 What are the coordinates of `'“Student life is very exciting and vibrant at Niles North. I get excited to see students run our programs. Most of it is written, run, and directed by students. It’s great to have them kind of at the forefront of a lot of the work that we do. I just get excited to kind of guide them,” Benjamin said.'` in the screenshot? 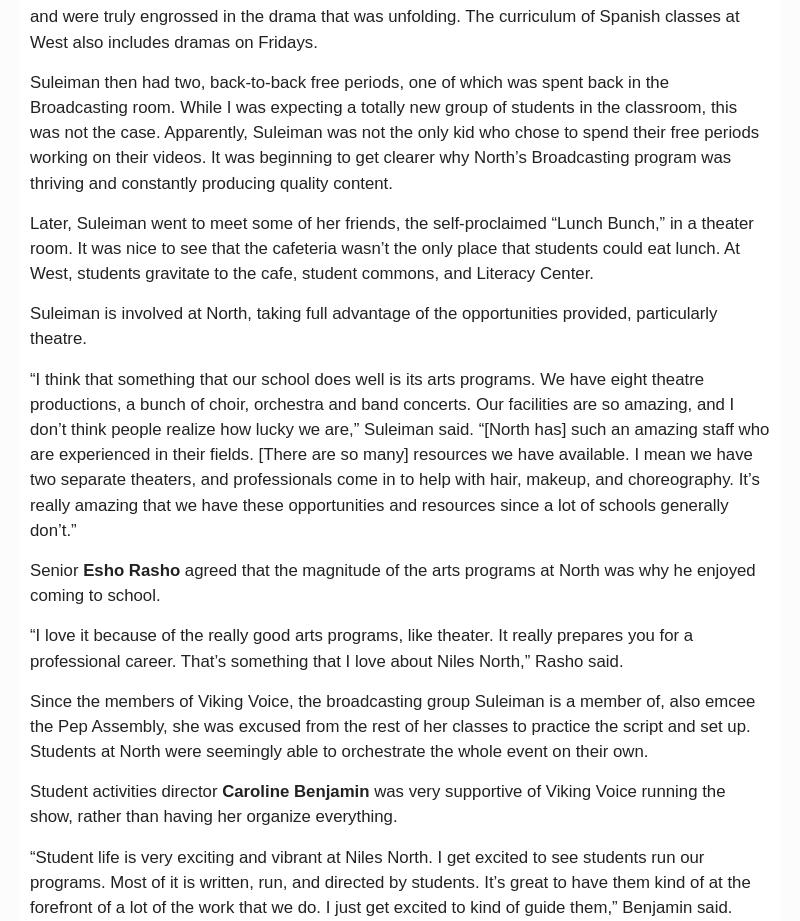 It's located at (389, 881).